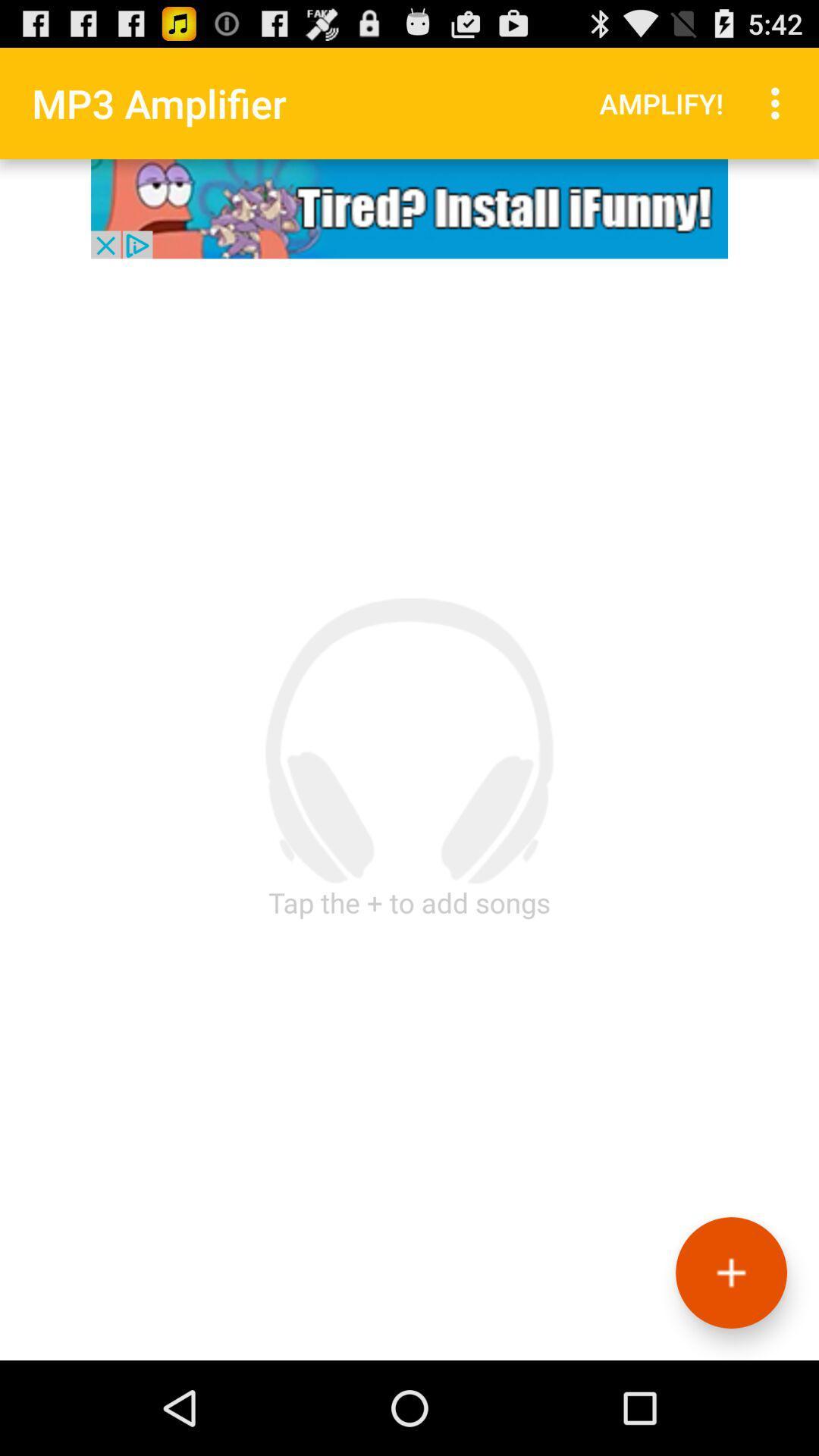 The width and height of the screenshot is (819, 1456). What do you see at coordinates (409, 208) in the screenshot?
I see `this is add banner in app` at bounding box center [409, 208].